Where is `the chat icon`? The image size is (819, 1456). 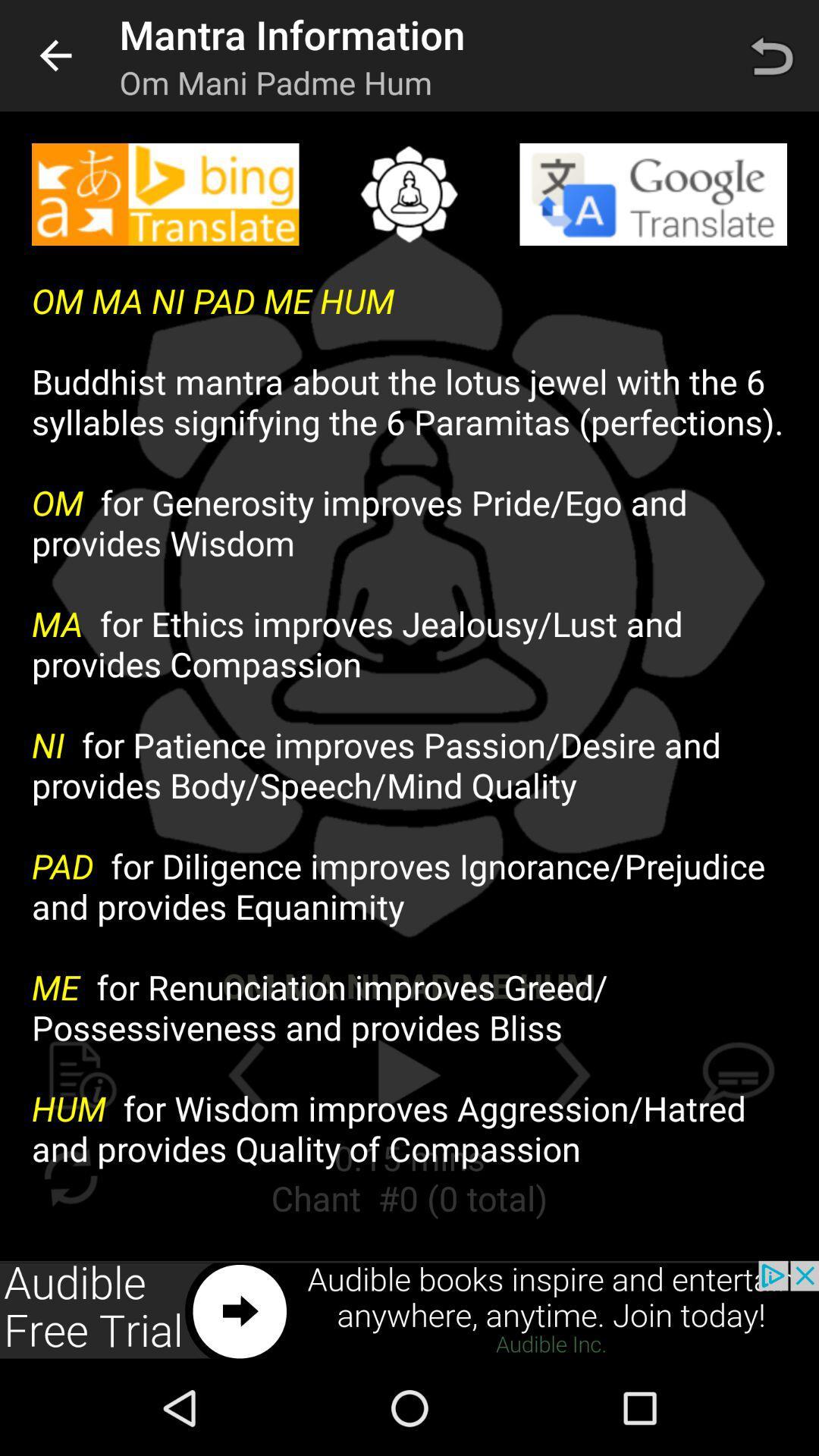
the chat icon is located at coordinates (735, 1075).